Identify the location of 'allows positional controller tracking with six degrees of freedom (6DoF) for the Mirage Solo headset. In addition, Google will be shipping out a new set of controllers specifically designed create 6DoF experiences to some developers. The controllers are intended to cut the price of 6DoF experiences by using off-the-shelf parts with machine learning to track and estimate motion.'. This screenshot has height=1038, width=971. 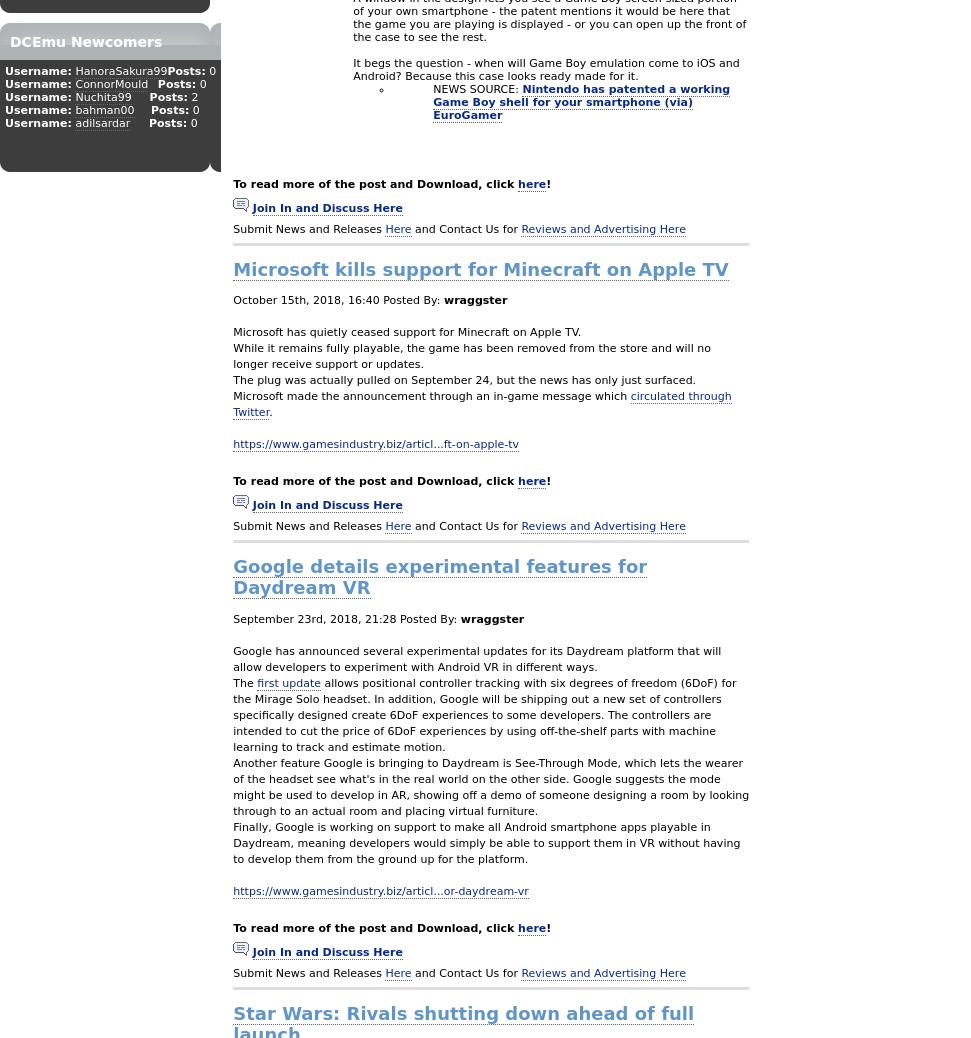
(484, 713).